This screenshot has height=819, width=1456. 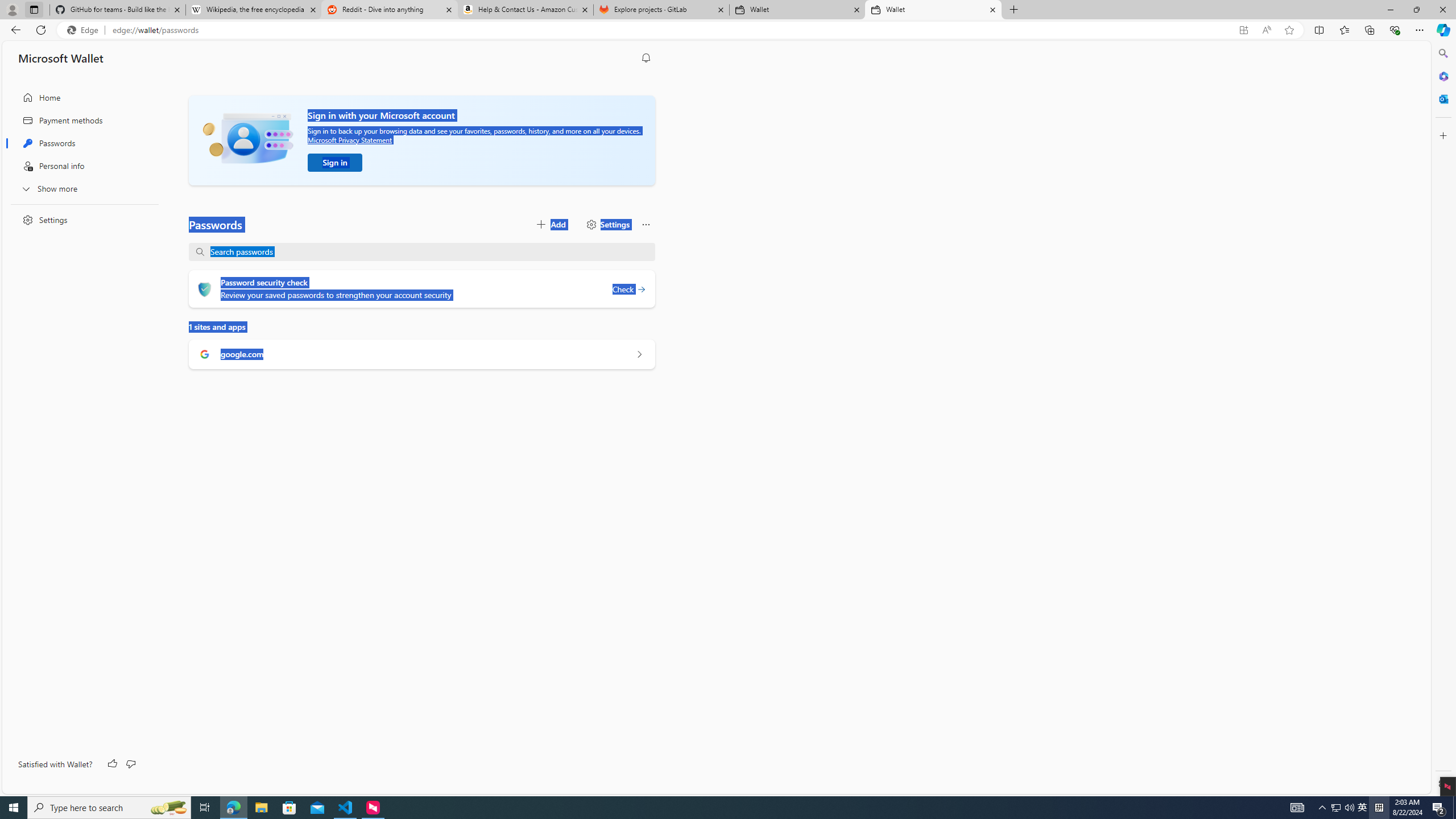 What do you see at coordinates (81, 188) in the screenshot?
I see `'Show more'` at bounding box center [81, 188].